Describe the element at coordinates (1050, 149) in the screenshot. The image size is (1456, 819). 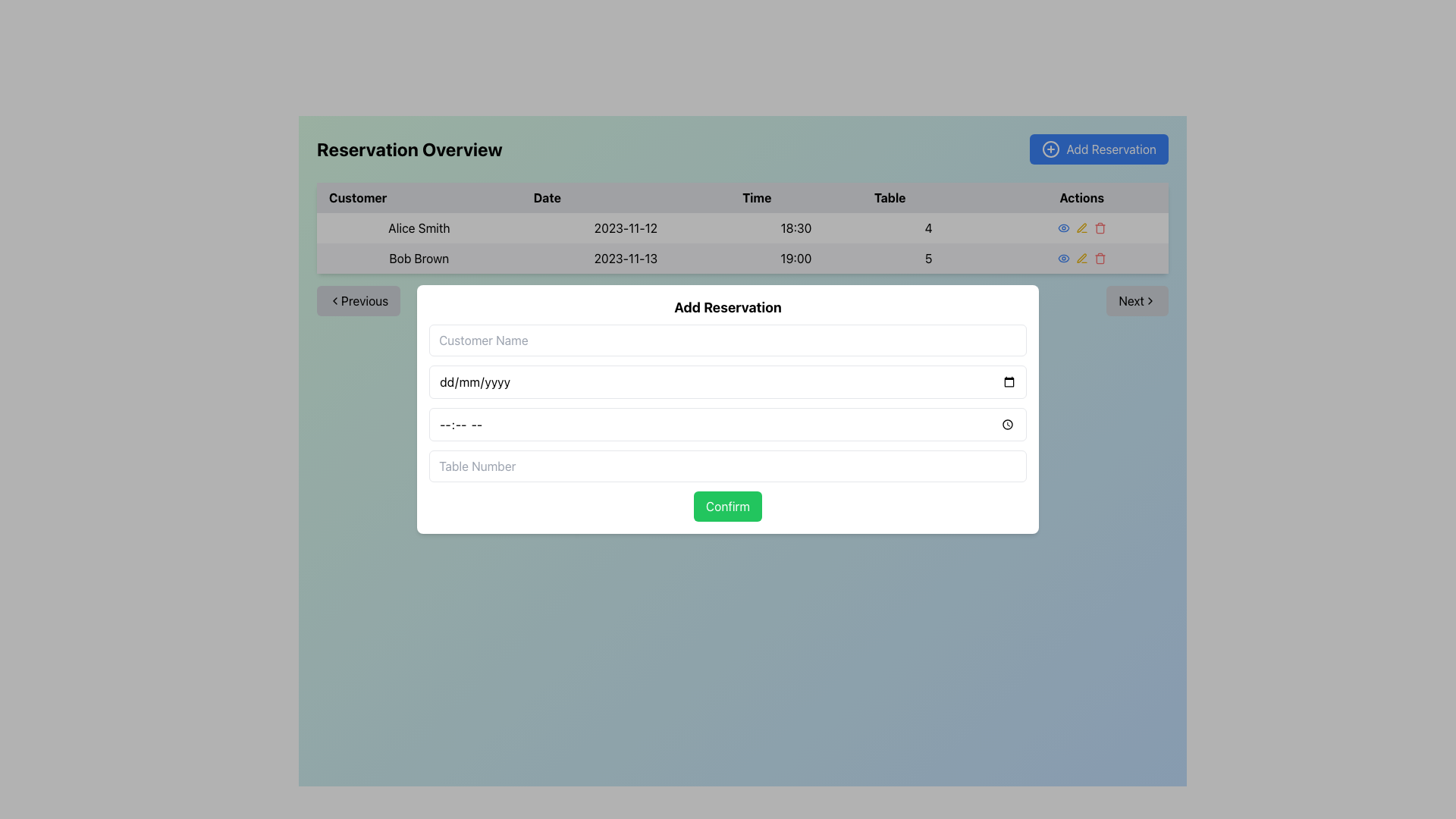
I see `the decorative icon that represents the 'add' functionality, located to the left of the text 'Add Reservation' in the button at the top-right corner of the interface` at that location.